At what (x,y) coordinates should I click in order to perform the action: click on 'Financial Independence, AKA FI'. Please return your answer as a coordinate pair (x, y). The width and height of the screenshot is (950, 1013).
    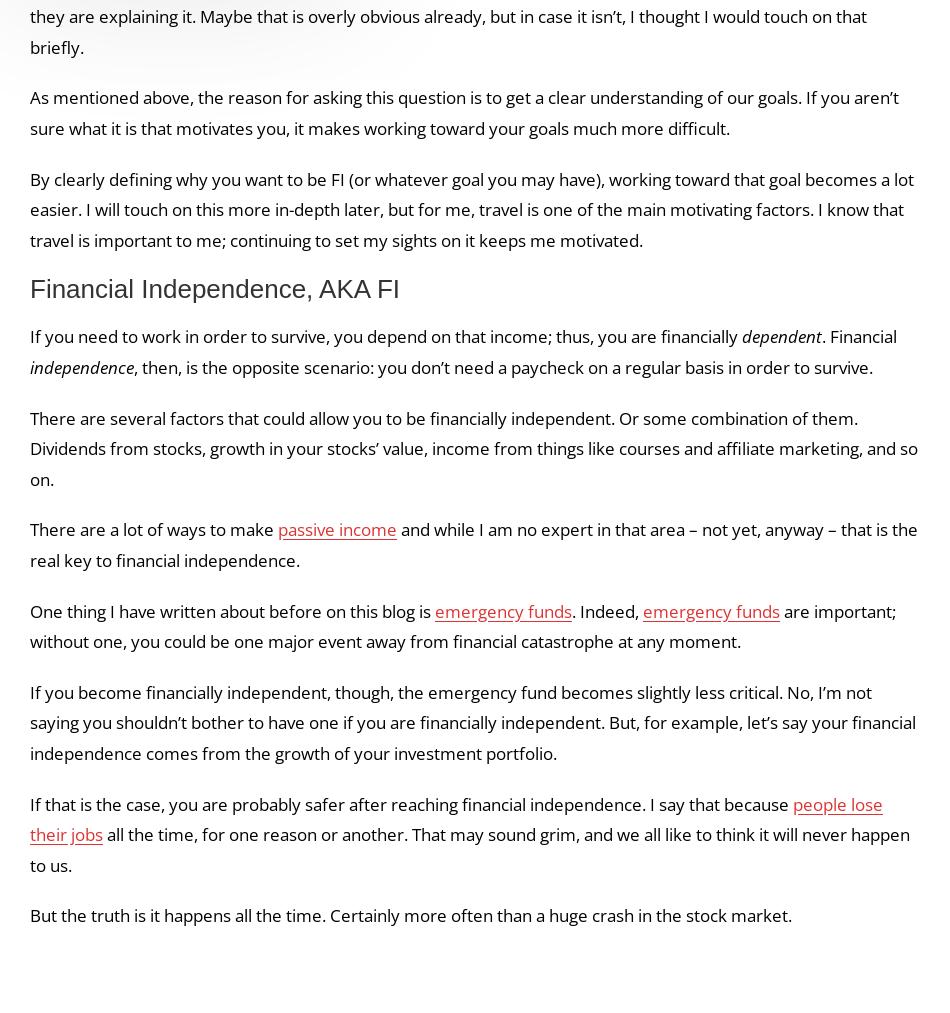
    Looking at the image, I should click on (214, 288).